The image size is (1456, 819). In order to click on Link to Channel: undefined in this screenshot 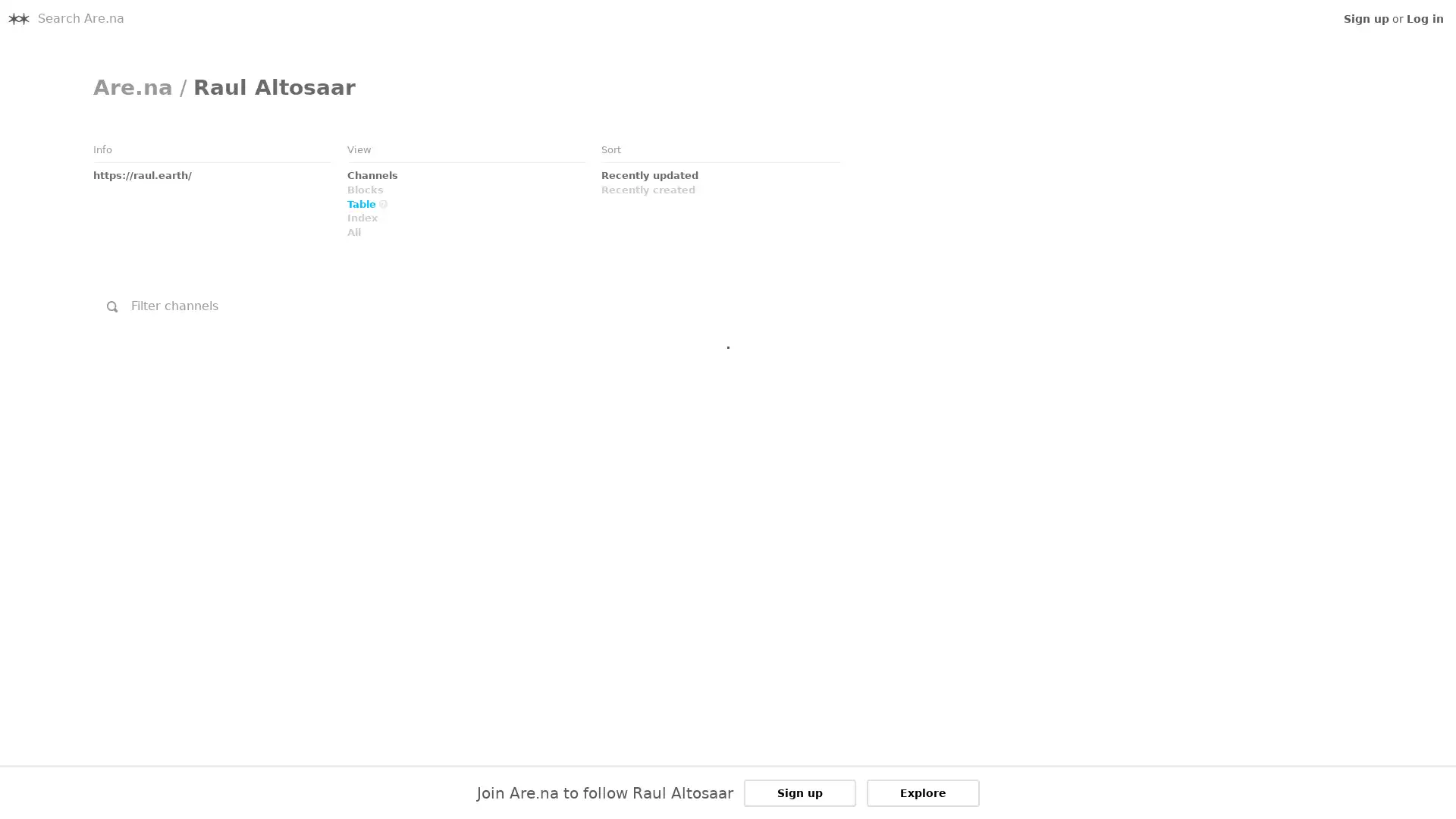, I will do `click(211, 451)`.